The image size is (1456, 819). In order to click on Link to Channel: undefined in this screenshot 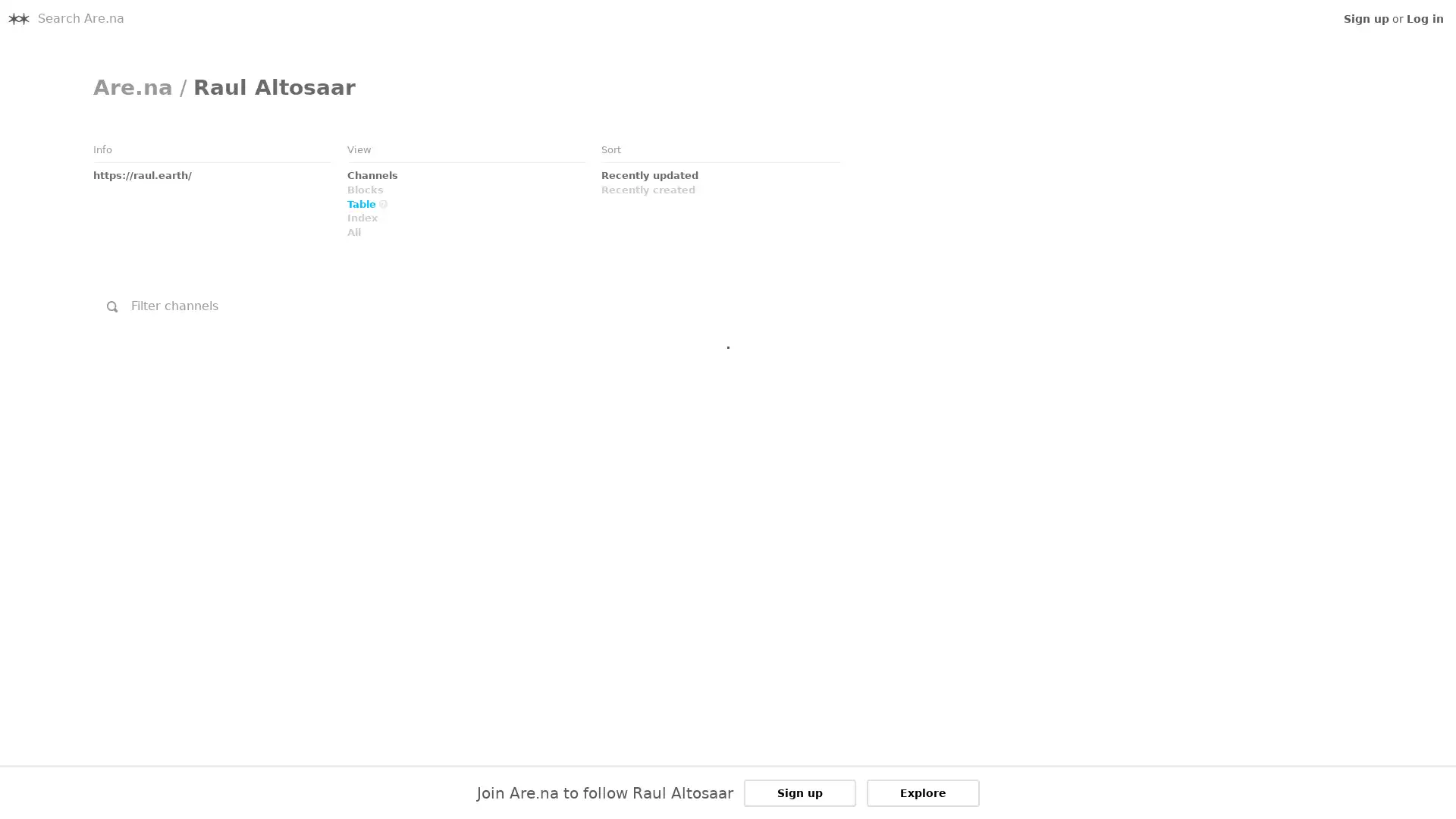, I will do `click(211, 451)`.